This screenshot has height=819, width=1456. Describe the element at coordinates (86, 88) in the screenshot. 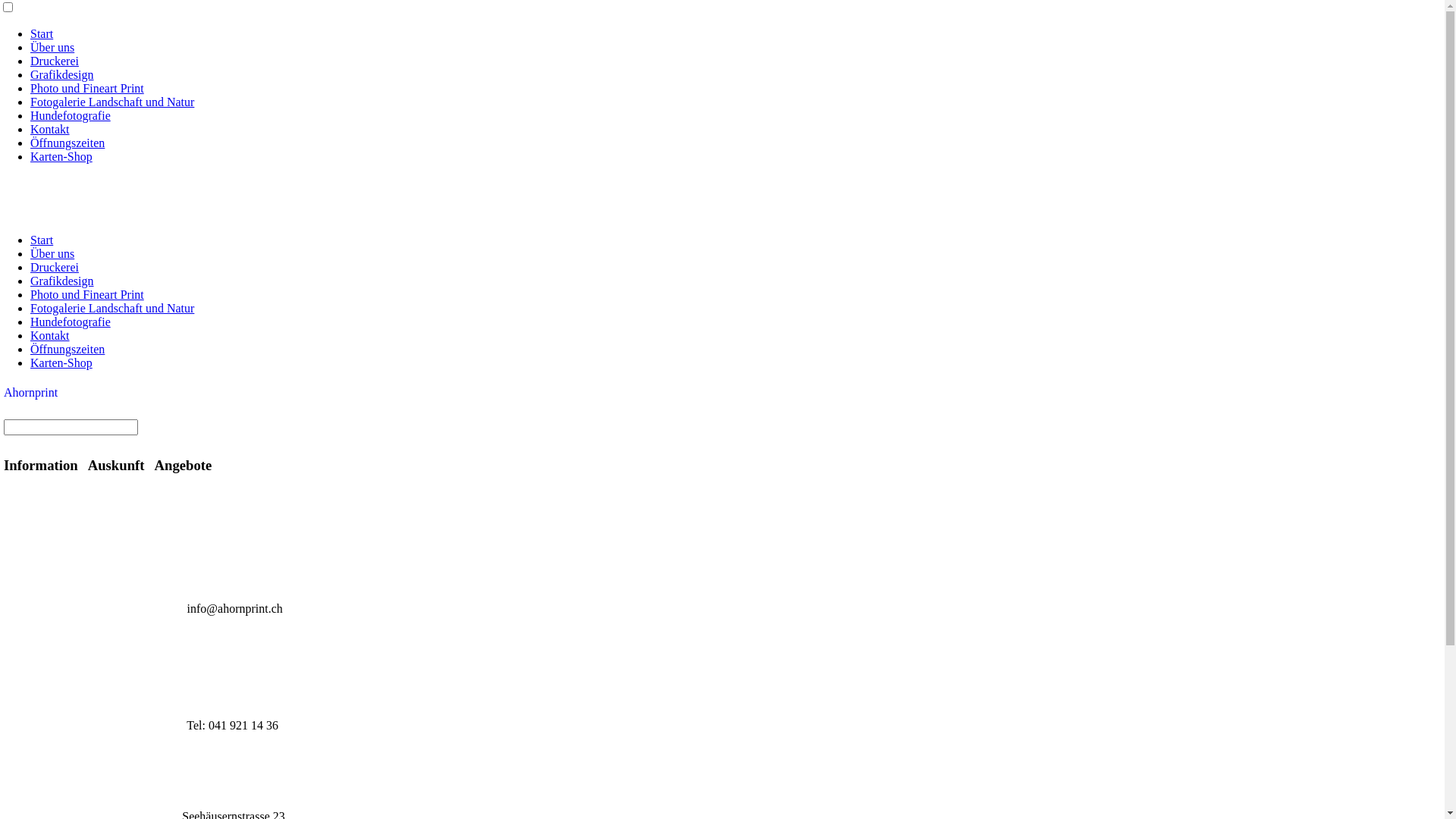

I see `'Photo und Fineart Print'` at that location.